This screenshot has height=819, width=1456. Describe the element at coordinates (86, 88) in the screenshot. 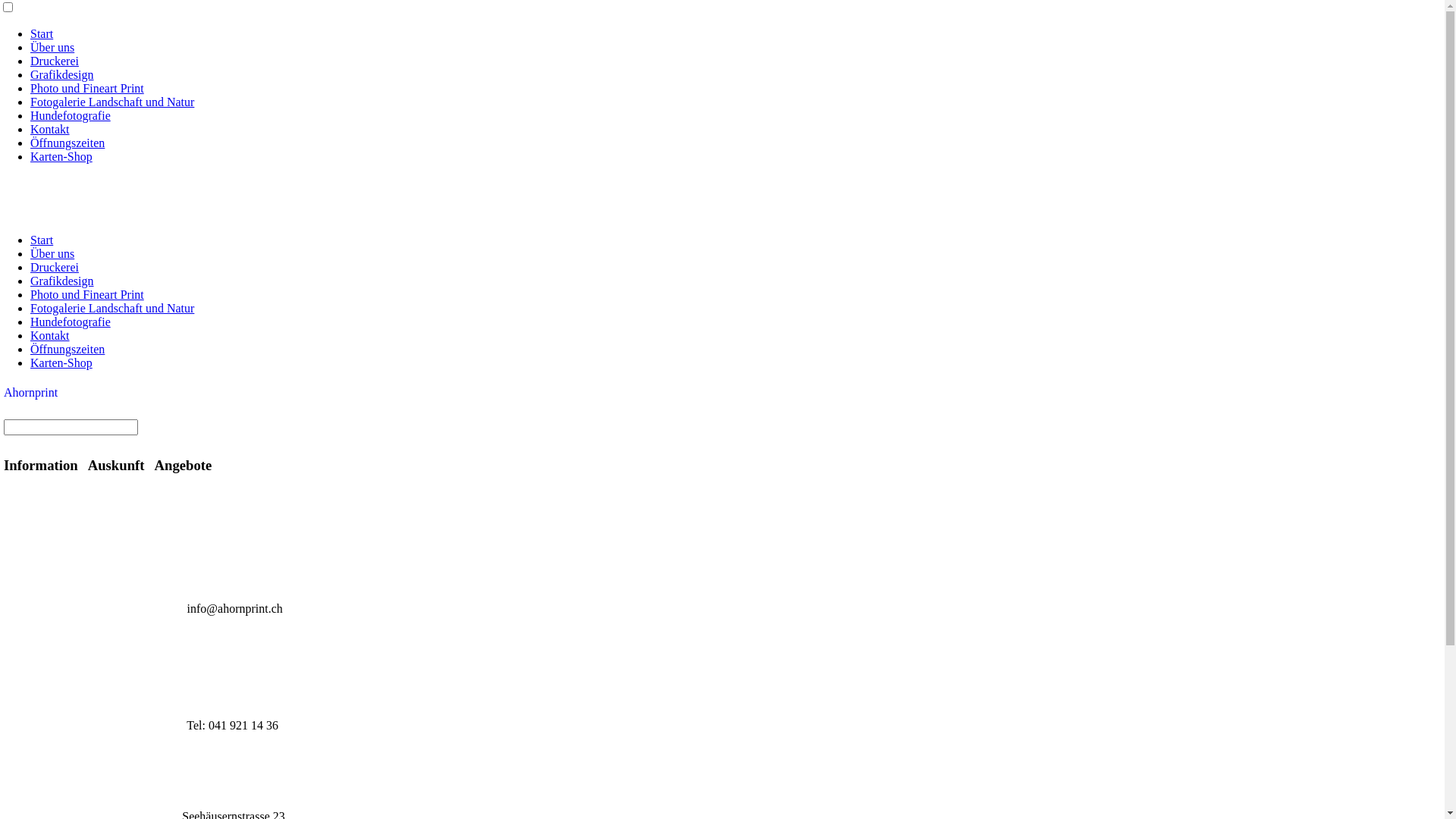

I see `'Photo und Fineart Print'` at that location.